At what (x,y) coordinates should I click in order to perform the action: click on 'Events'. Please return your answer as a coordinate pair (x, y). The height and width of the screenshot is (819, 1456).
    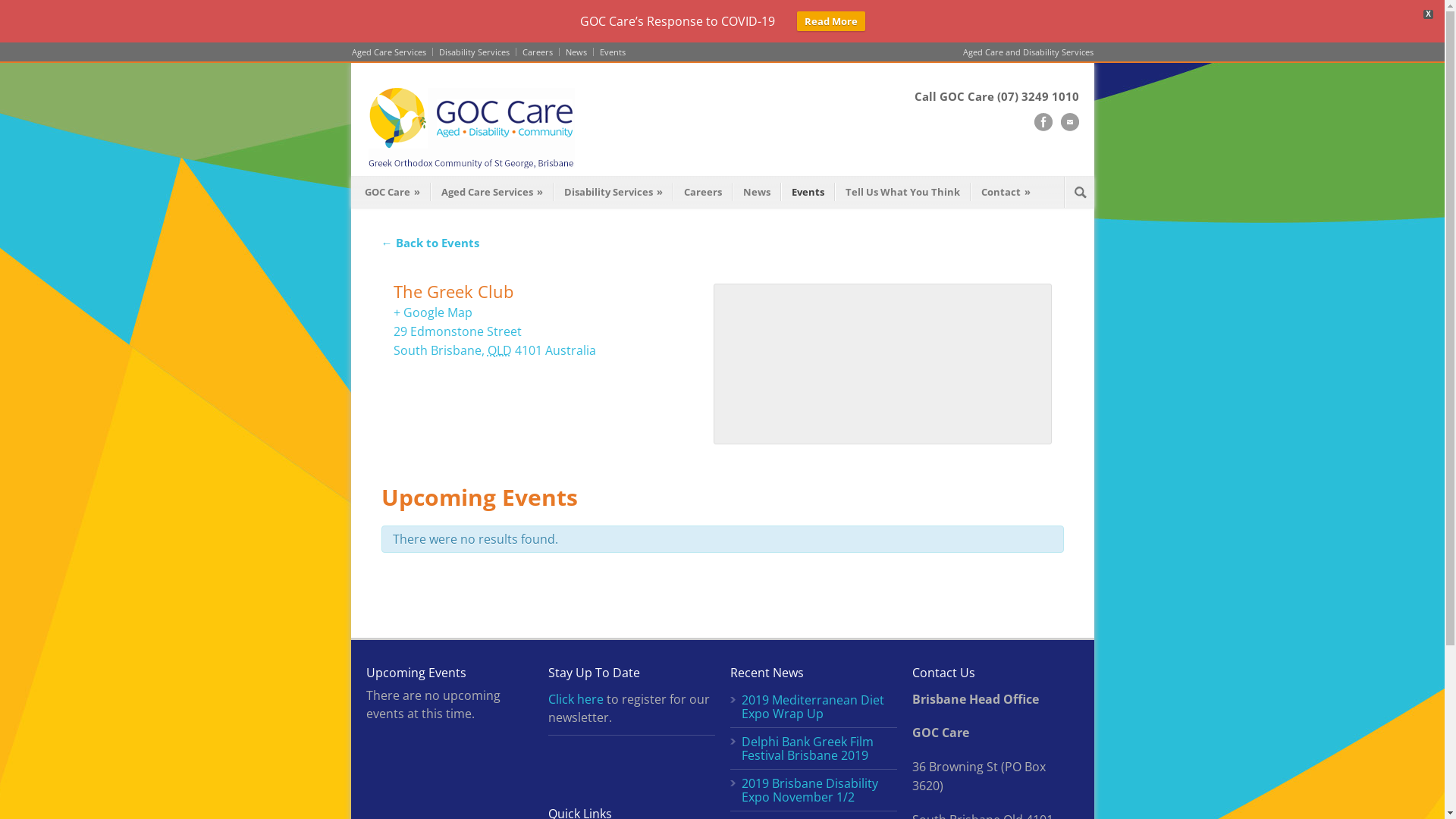
    Looking at the image, I should click on (807, 191).